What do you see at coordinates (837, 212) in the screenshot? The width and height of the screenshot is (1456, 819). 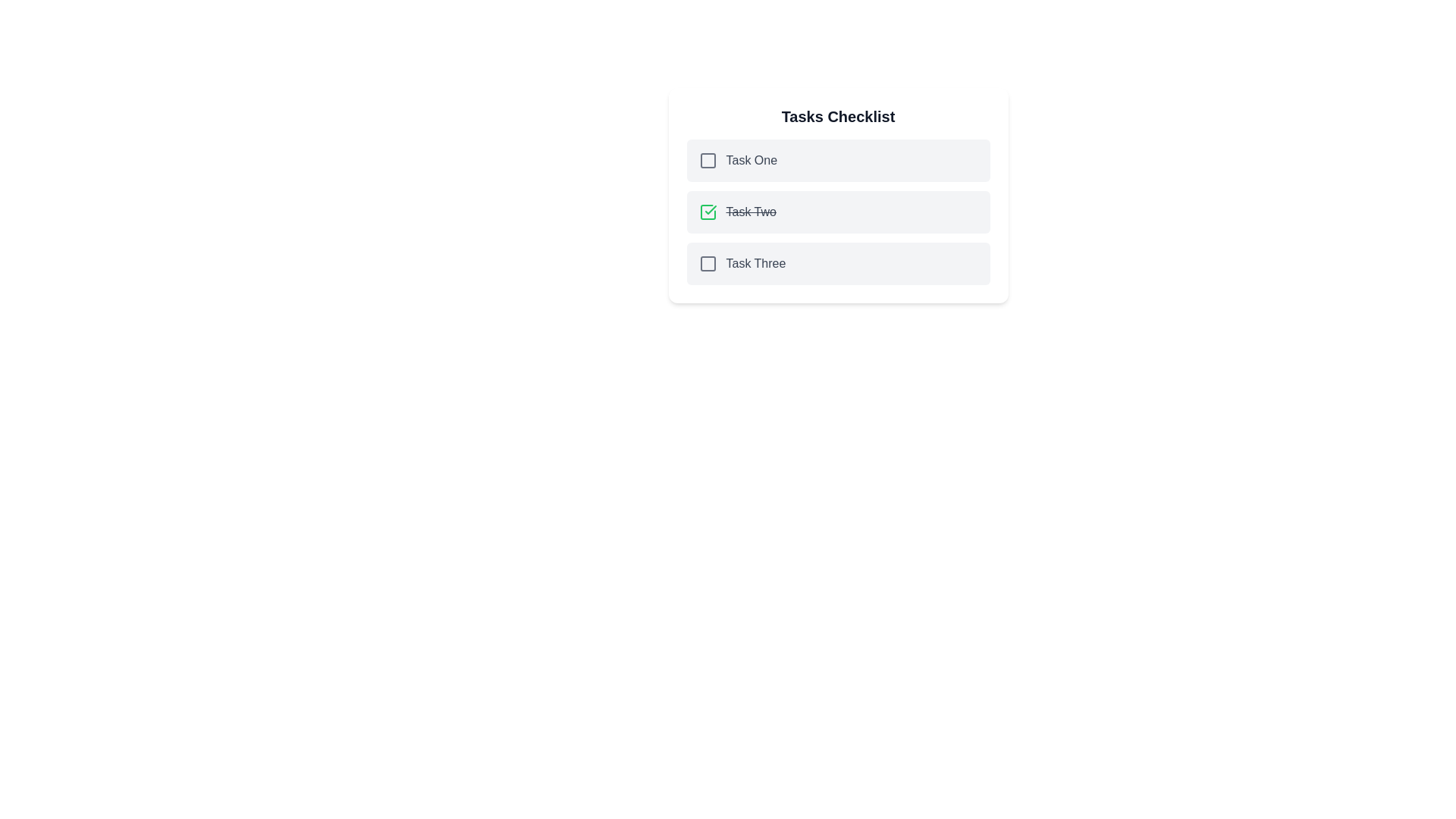 I see `the checklist item labeled 'Task Two' which is styled with a green checkmark and has a strikethrough effect` at bounding box center [837, 212].